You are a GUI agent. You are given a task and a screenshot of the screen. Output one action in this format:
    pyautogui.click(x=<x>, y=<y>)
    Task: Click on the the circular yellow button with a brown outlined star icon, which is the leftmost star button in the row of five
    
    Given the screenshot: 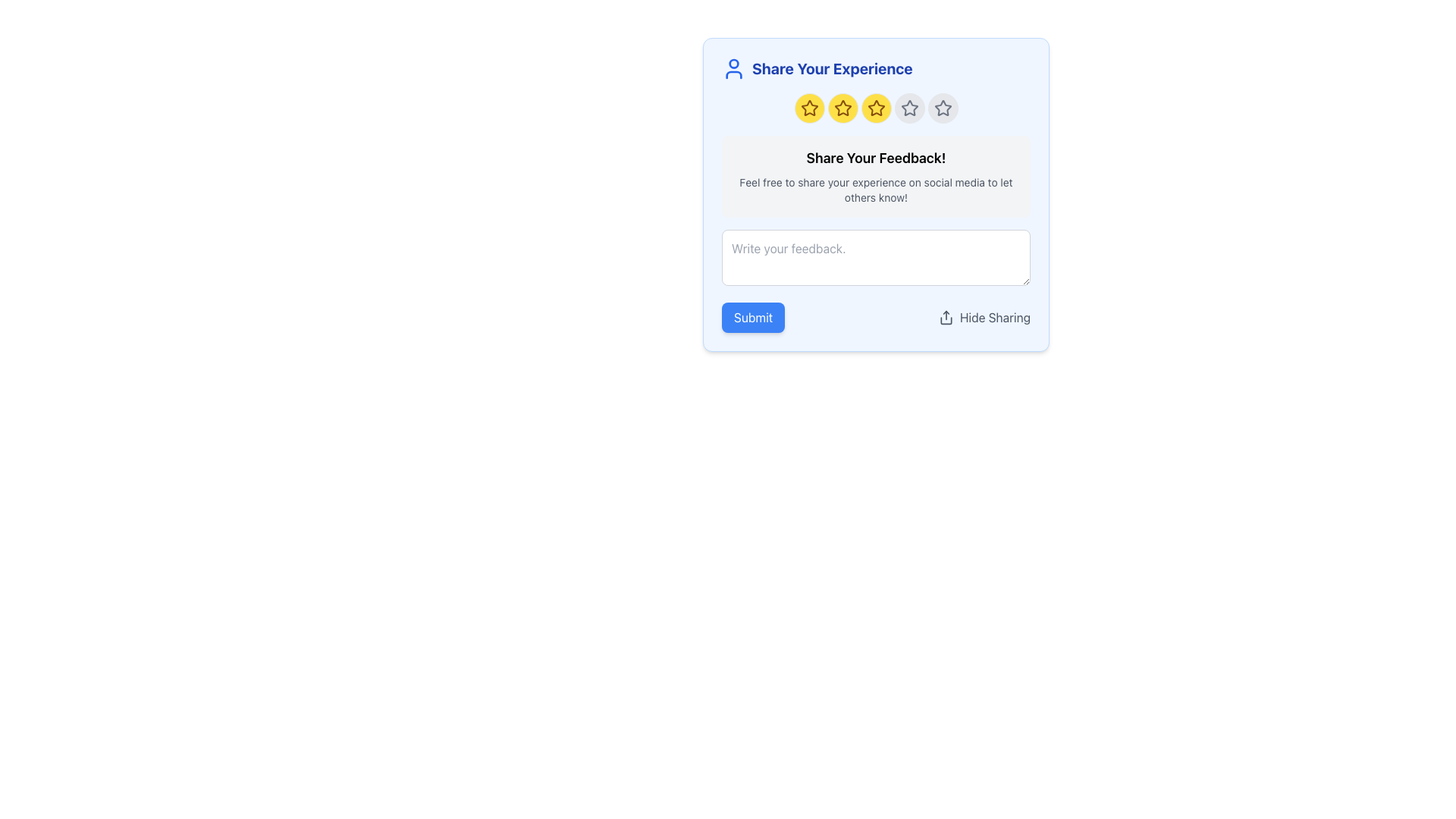 What is the action you would take?
    pyautogui.click(x=808, y=107)
    